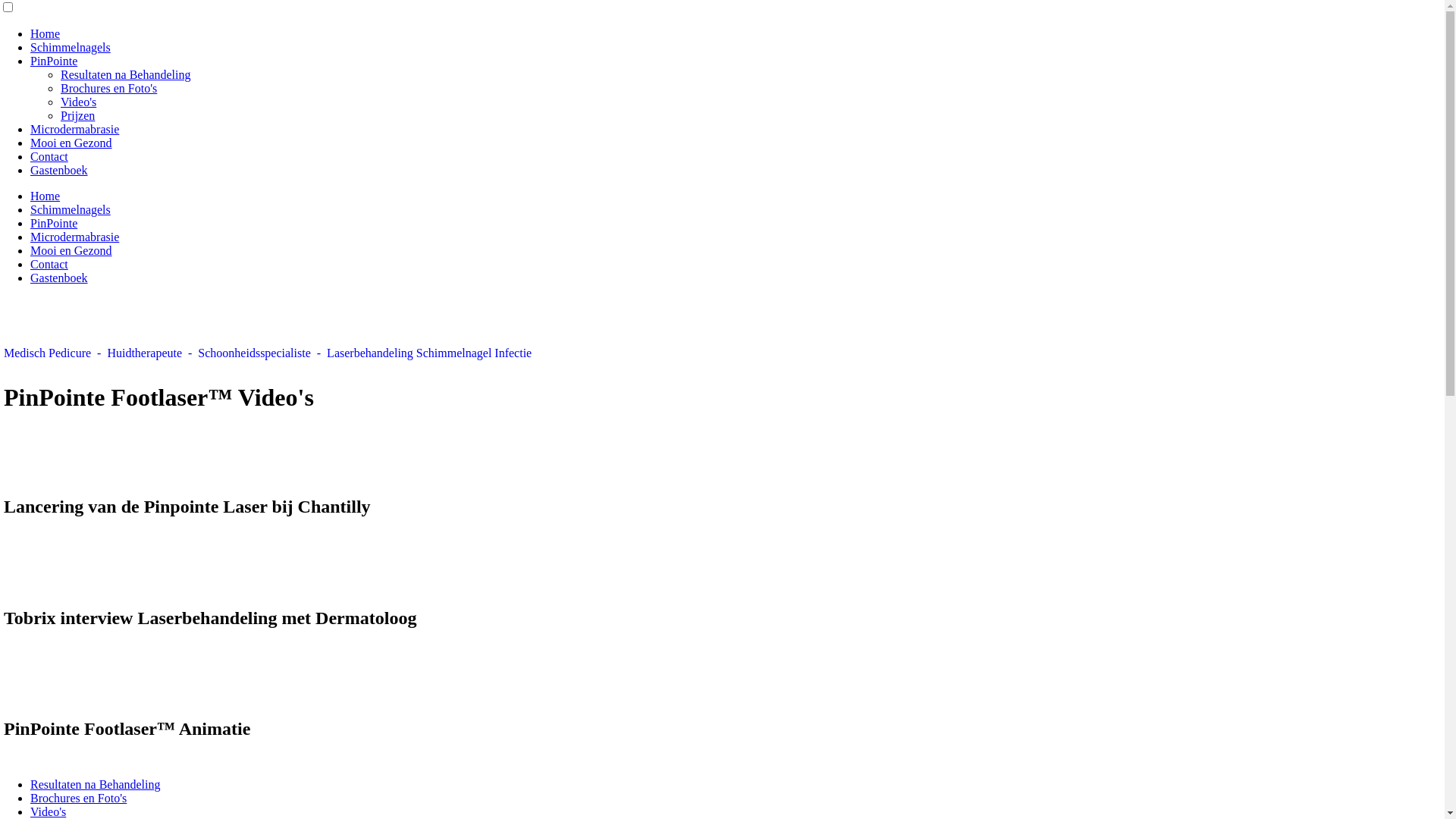 The height and width of the screenshot is (819, 1456). What do you see at coordinates (30, 46) in the screenshot?
I see `'Schimmelnagels'` at bounding box center [30, 46].